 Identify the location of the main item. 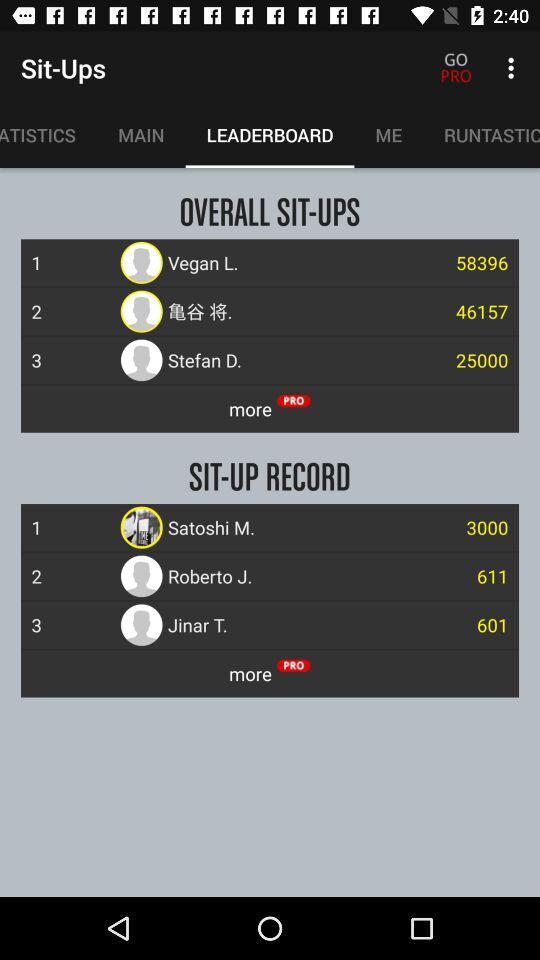
(140, 134).